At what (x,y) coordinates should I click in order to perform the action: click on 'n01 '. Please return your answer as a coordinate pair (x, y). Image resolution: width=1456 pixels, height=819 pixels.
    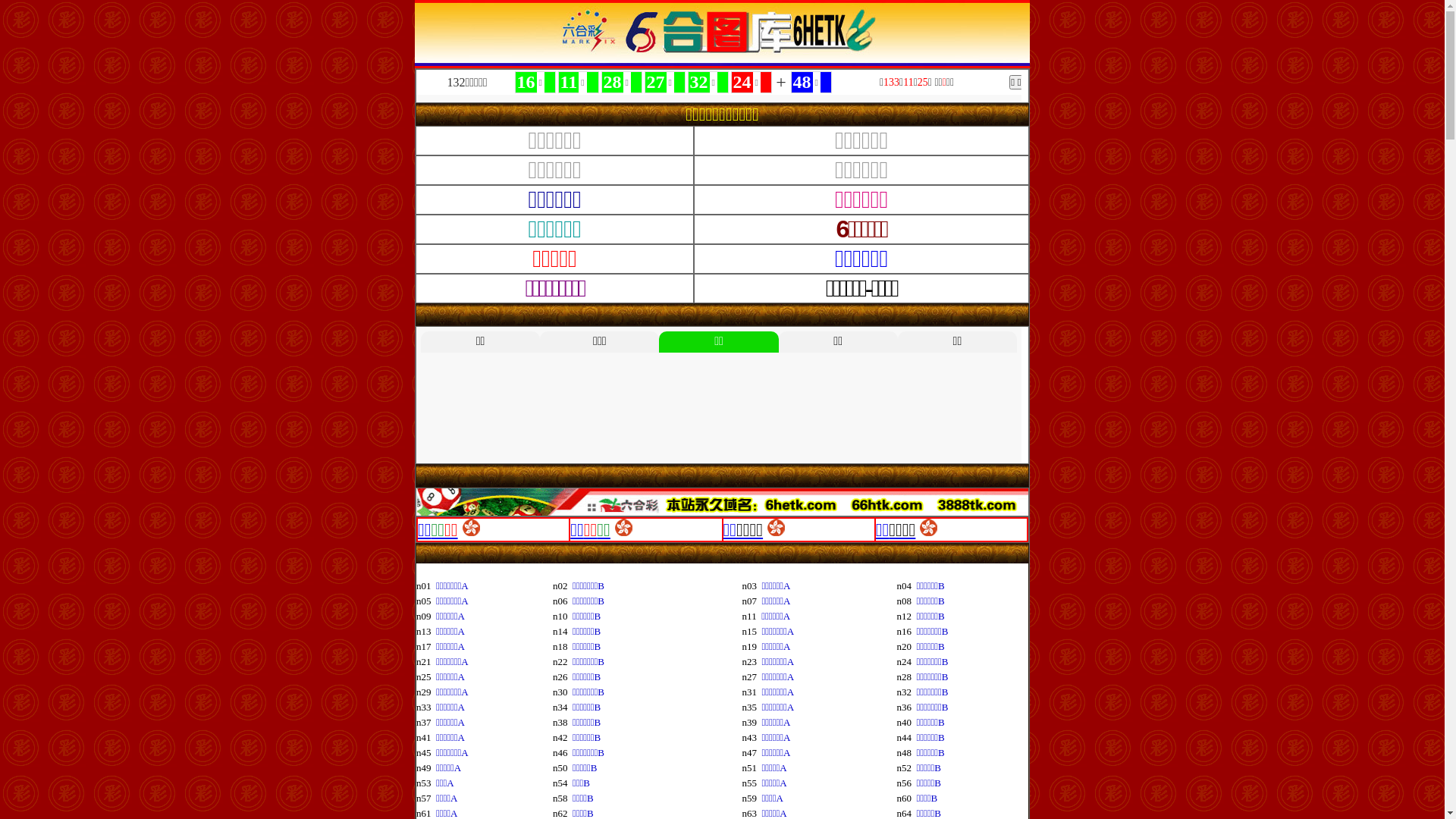
    Looking at the image, I should click on (416, 585).